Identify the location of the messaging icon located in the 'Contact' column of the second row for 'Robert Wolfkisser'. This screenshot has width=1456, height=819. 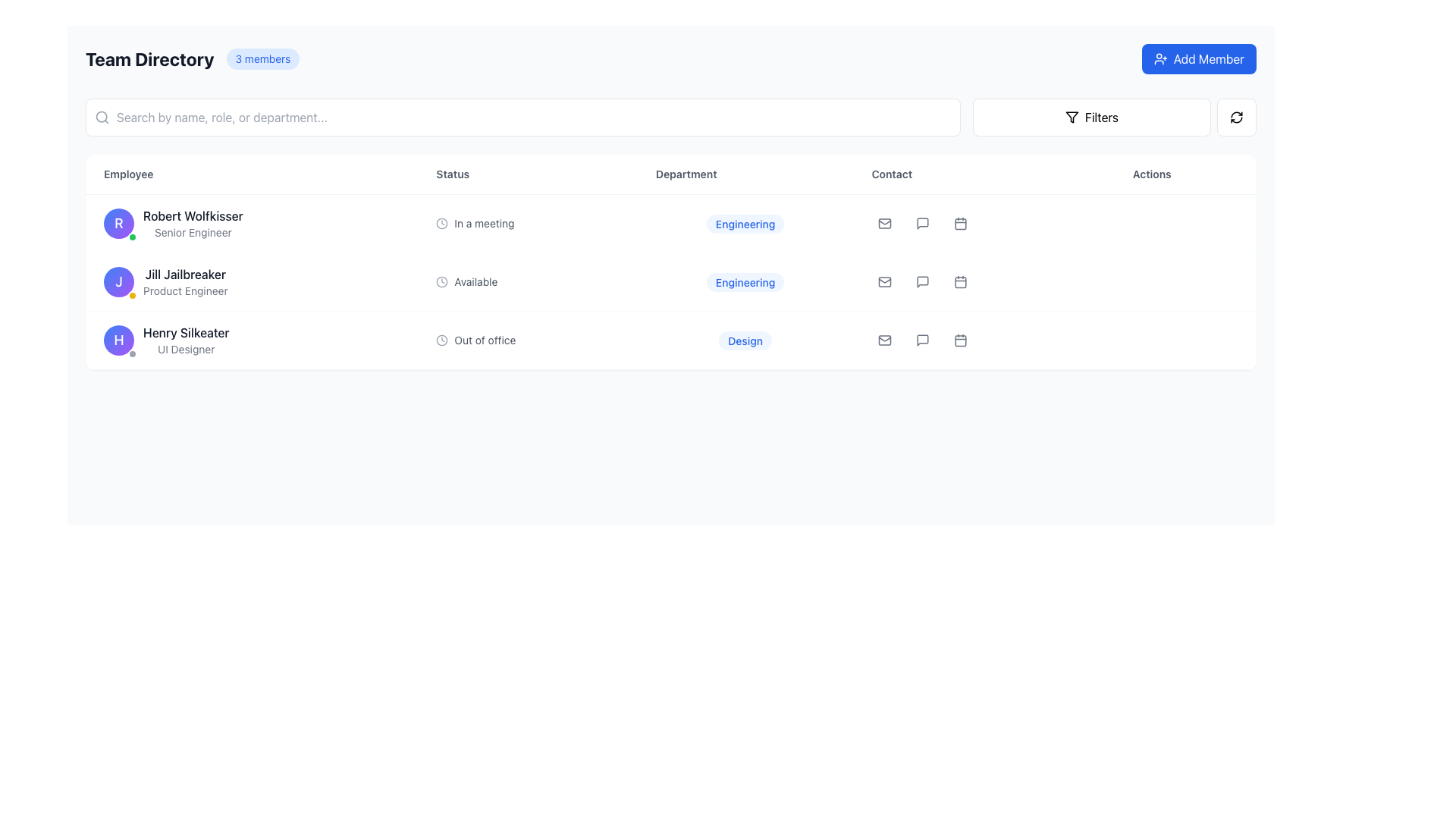
(921, 223).